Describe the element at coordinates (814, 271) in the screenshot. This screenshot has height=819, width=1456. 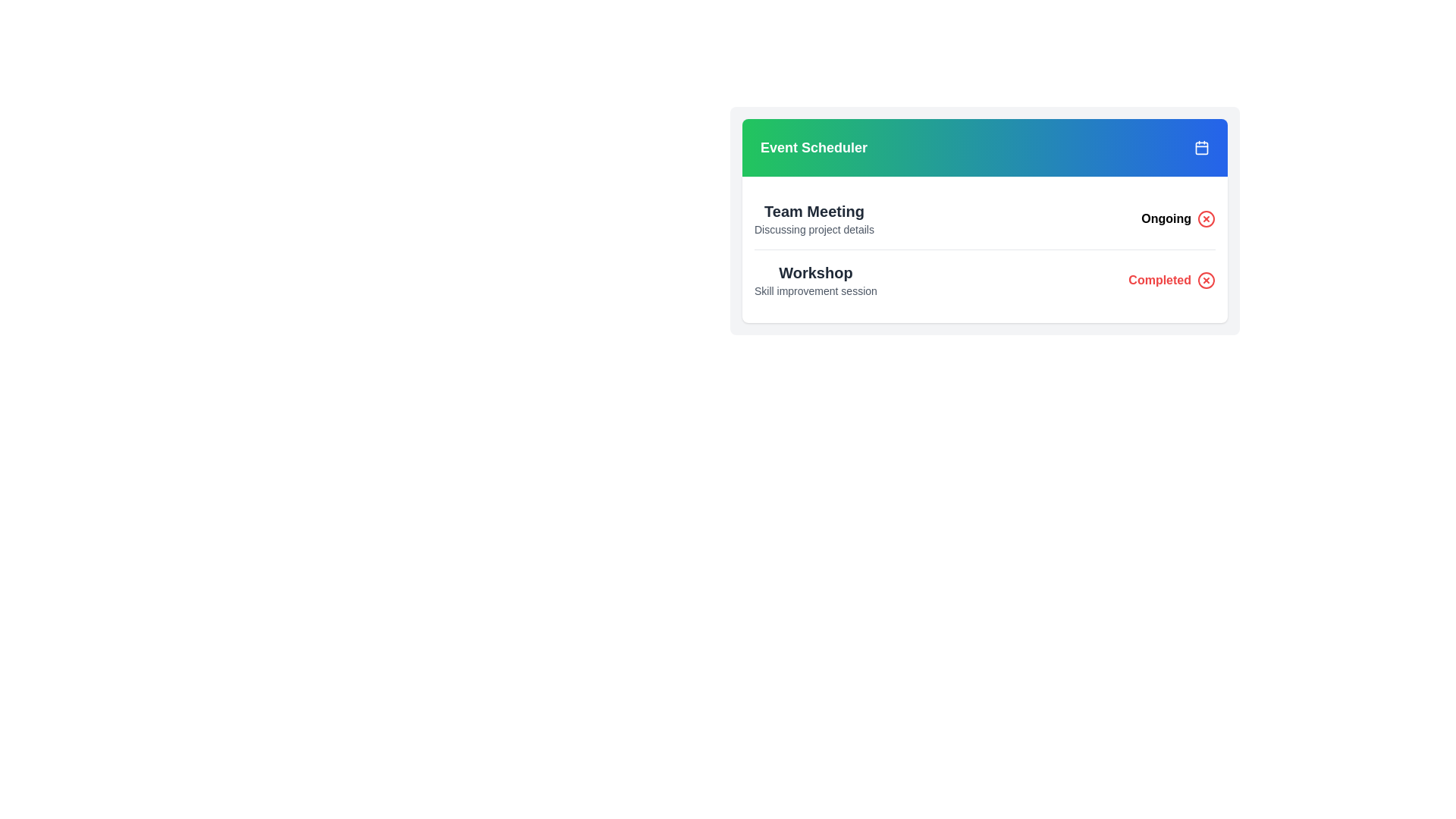
I see `the static text label that identifies the event type as 'Workshop' within the 'Event Scheduler' card layout` at that location.